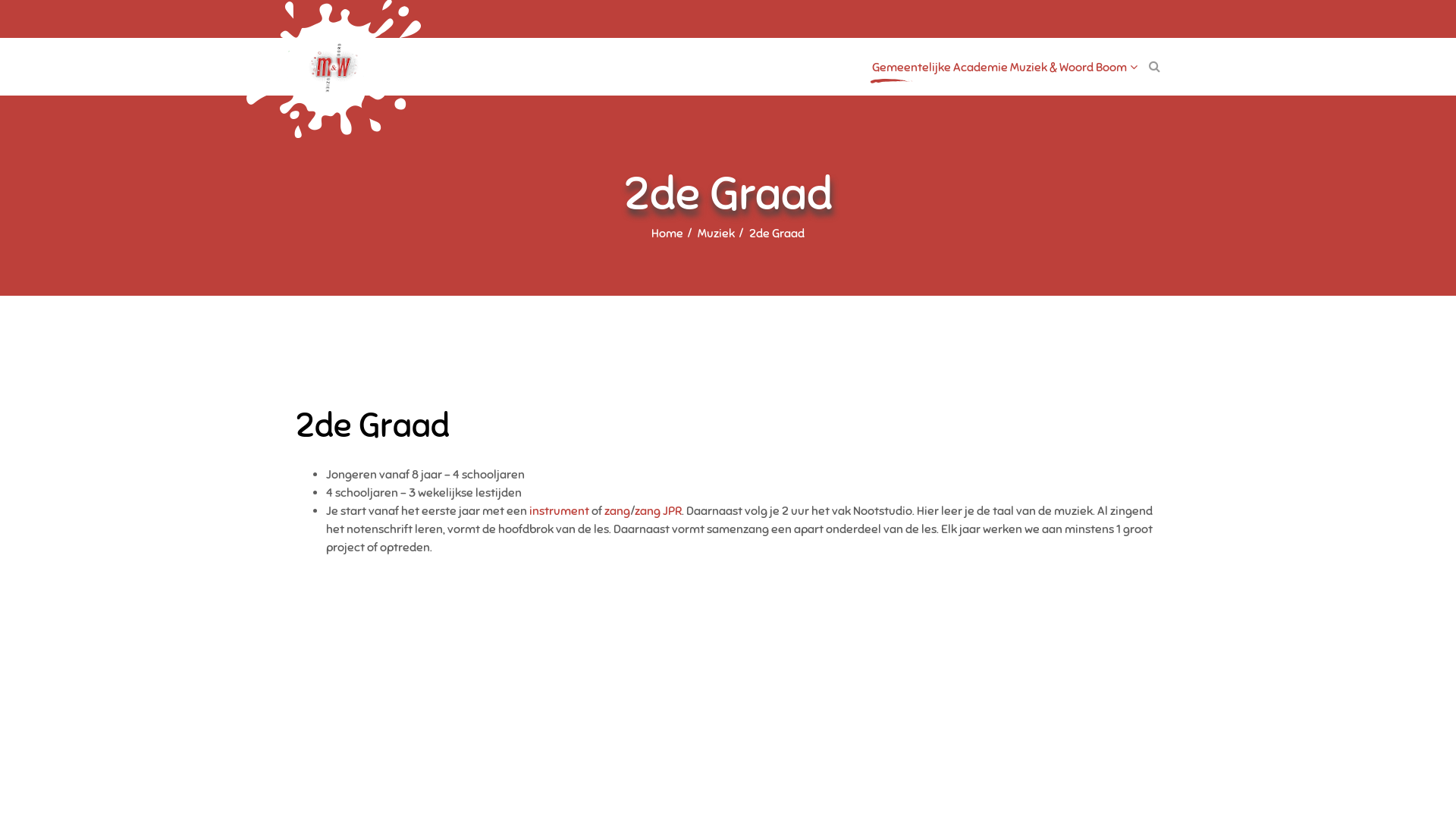 The height and width of the screenshot is (819, 1456). What do you see at coordinates (715, 234) in the screenshot?
I see `'Muziek'` at bounding box center [715, 234].